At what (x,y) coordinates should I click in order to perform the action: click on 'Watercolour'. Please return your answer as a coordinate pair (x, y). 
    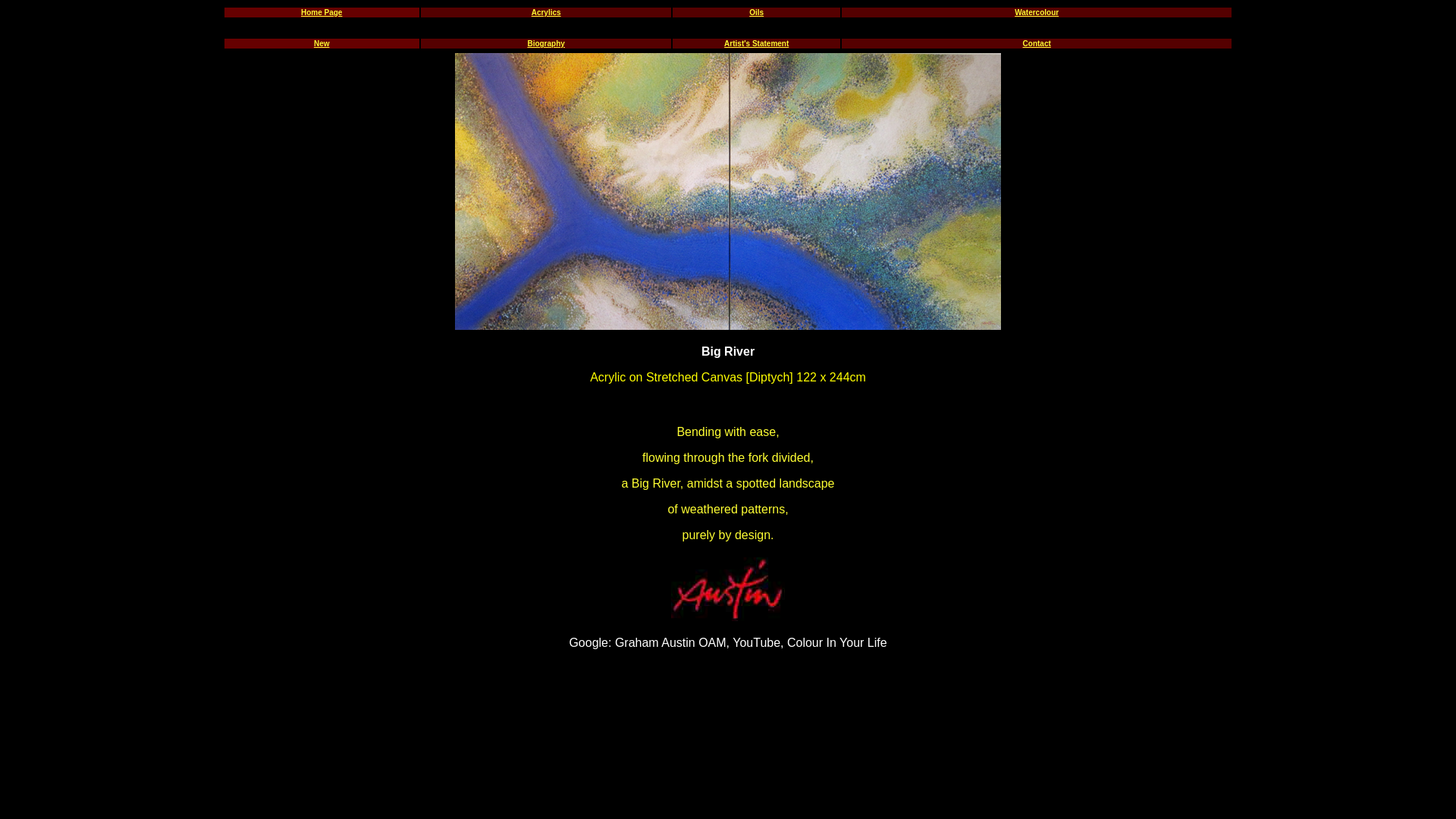
    Looking at the image, I should click on (1036, 12).